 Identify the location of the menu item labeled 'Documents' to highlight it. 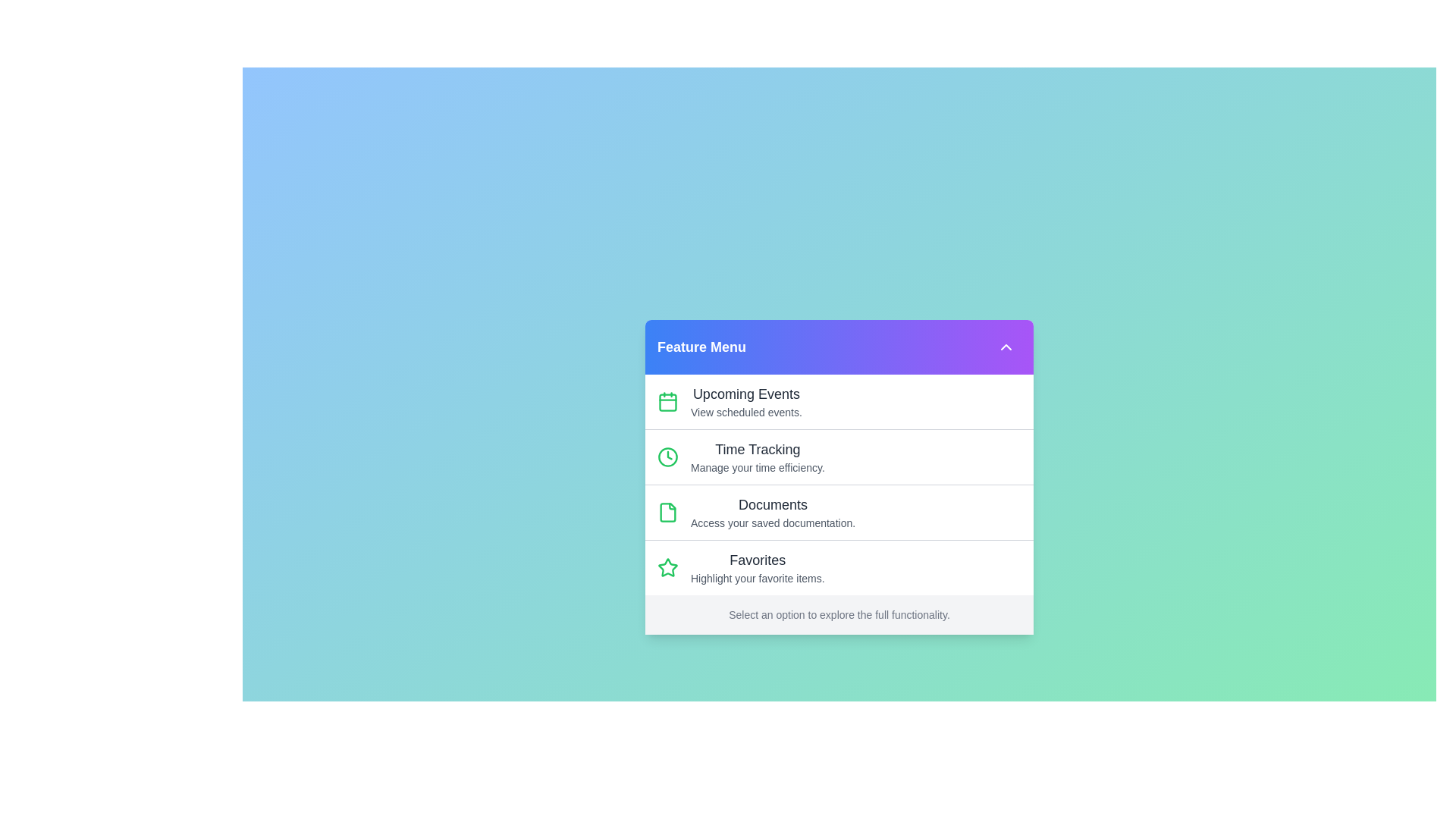
(839, 512).